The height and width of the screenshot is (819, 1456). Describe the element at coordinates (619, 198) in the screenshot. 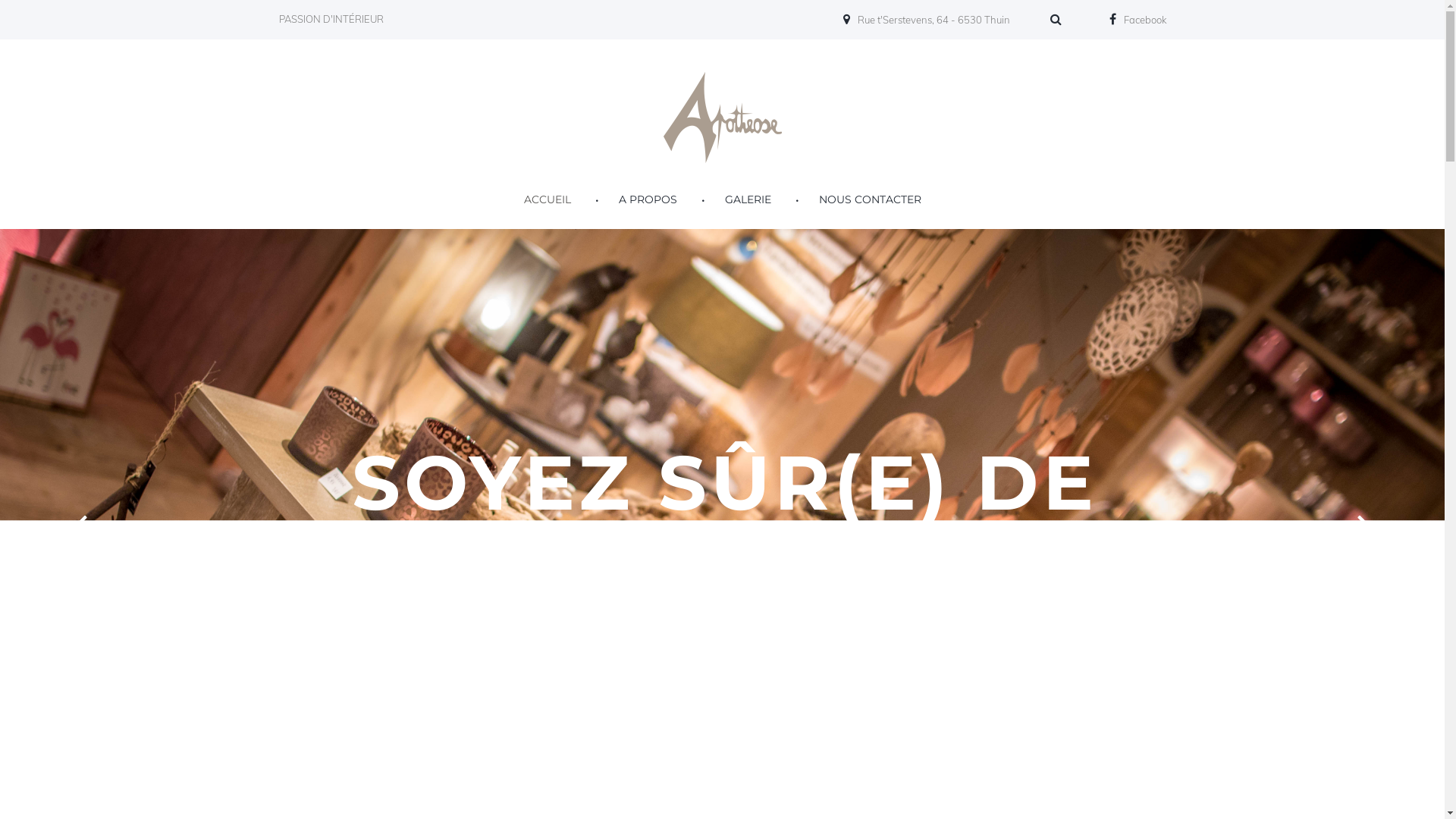

I see `'A PROPOS'` at that location.